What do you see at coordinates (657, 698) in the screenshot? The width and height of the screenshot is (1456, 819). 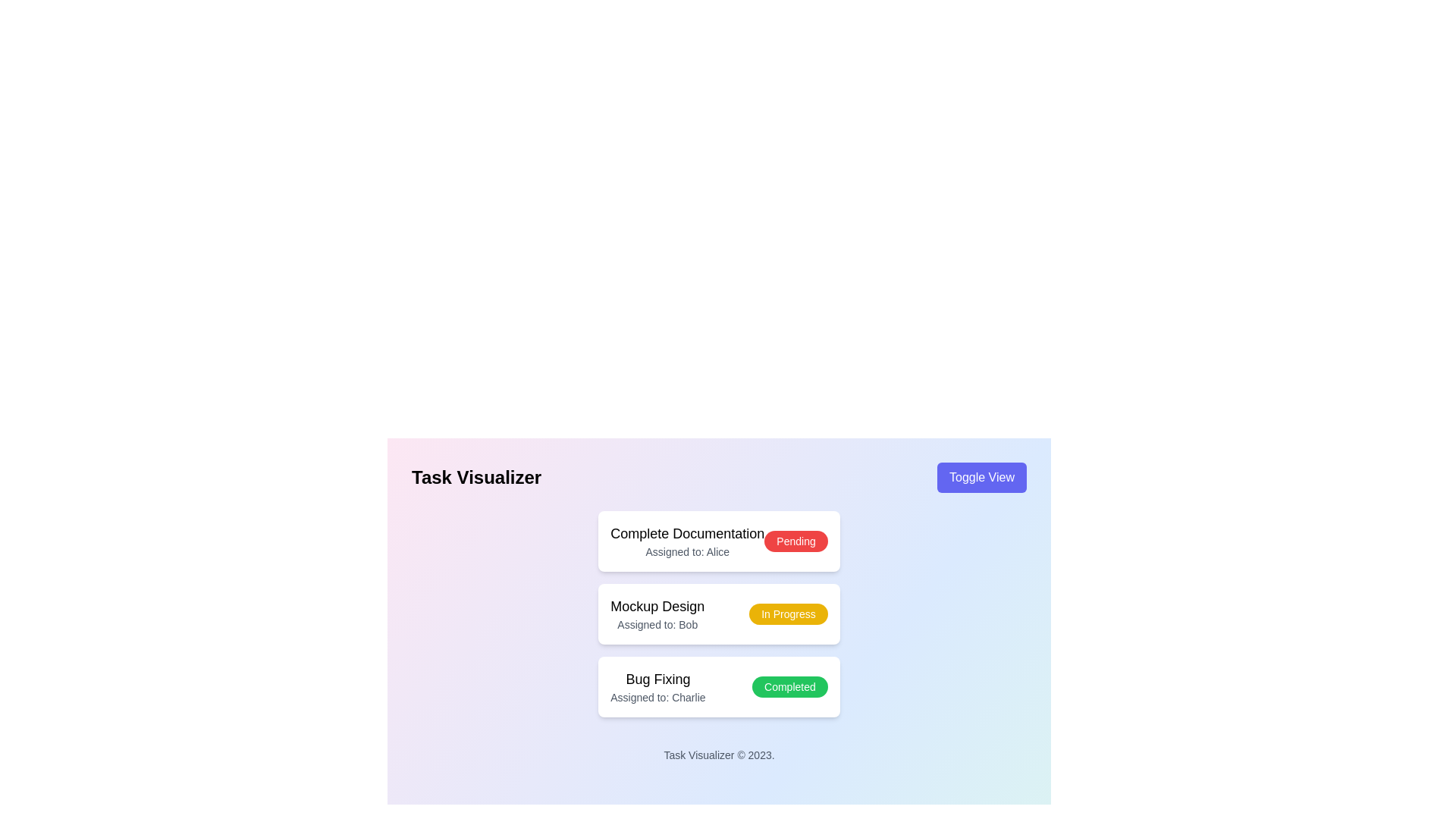 I see `the text label displaying 'Assigned to: Charlie', which is styled in gray and positioned below the main title 'Bug Fixing' in the third task box` at bounding box center [657, 698].